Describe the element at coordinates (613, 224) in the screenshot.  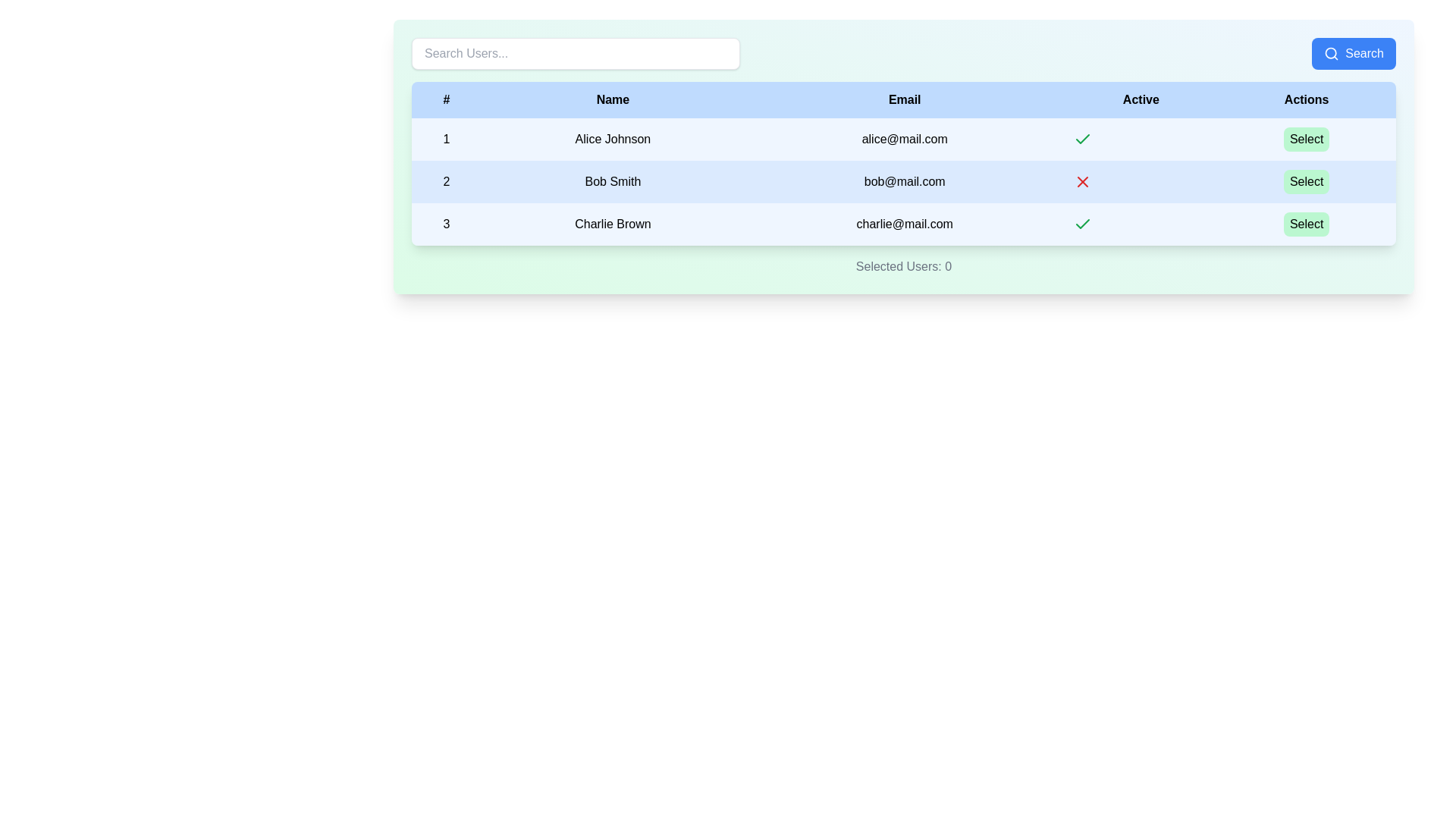
I see `the text label displaying the name 'Charlie Brown' located in the third row and second column of the table, adjacent to the number '3' and the email 'charlie@mail.com'` at that location.